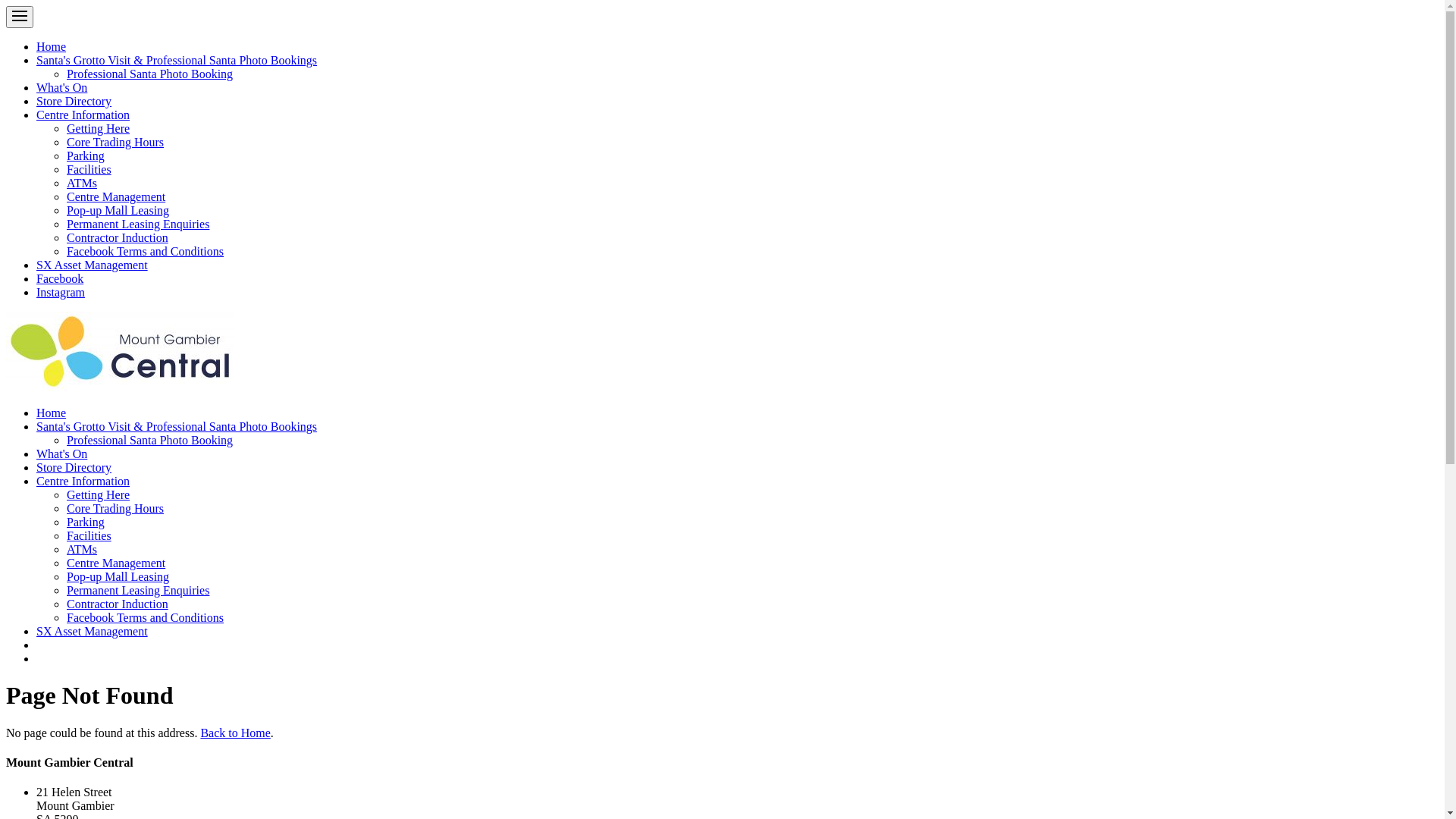 The width and height of the screenshot is (1456, 819). I want to click on 'Facilities', so click(88, 535).